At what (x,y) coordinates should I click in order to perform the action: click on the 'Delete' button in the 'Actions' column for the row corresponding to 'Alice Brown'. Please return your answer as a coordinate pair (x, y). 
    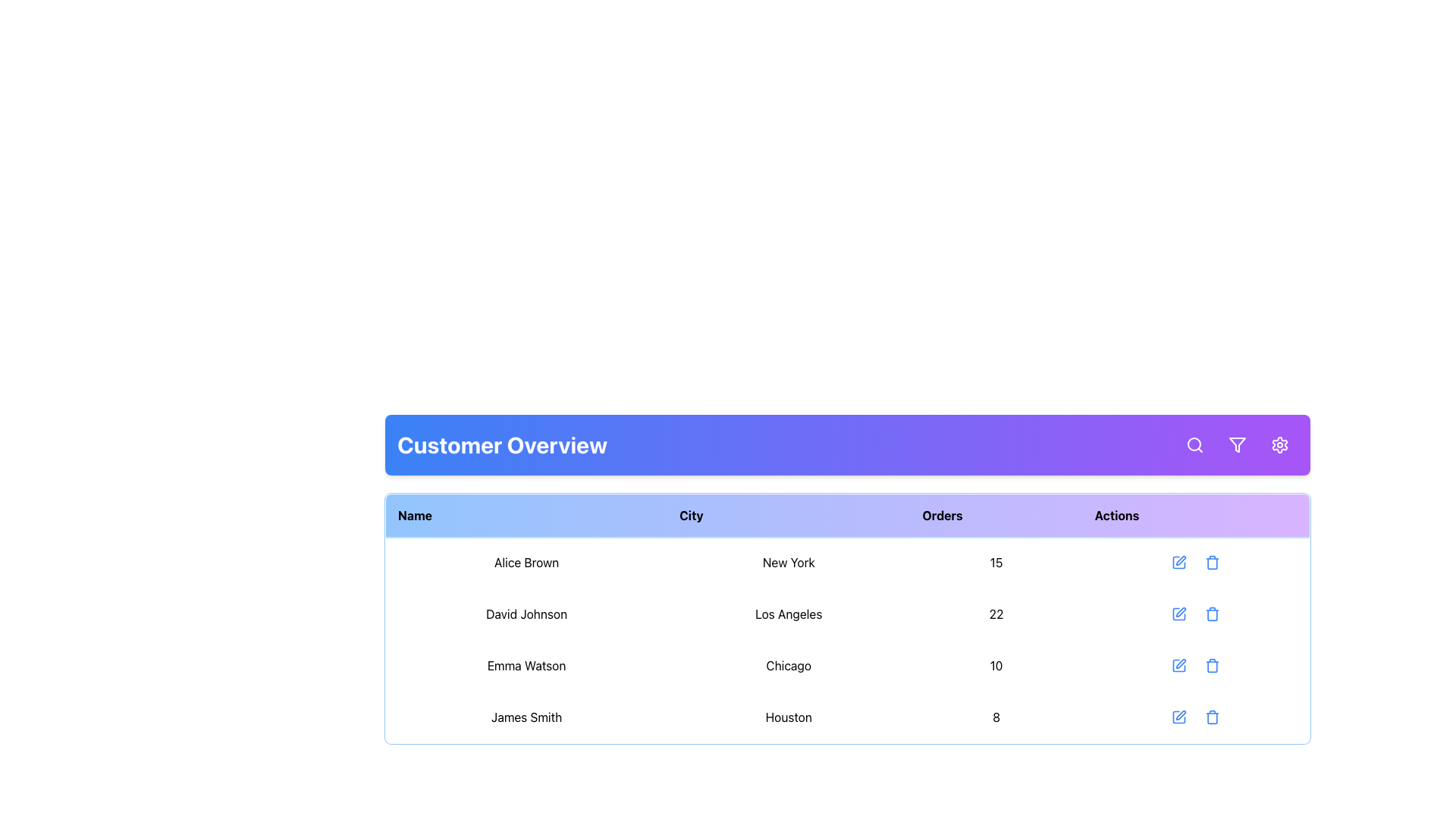
    Looking at the image, I should click on (1212, 562).